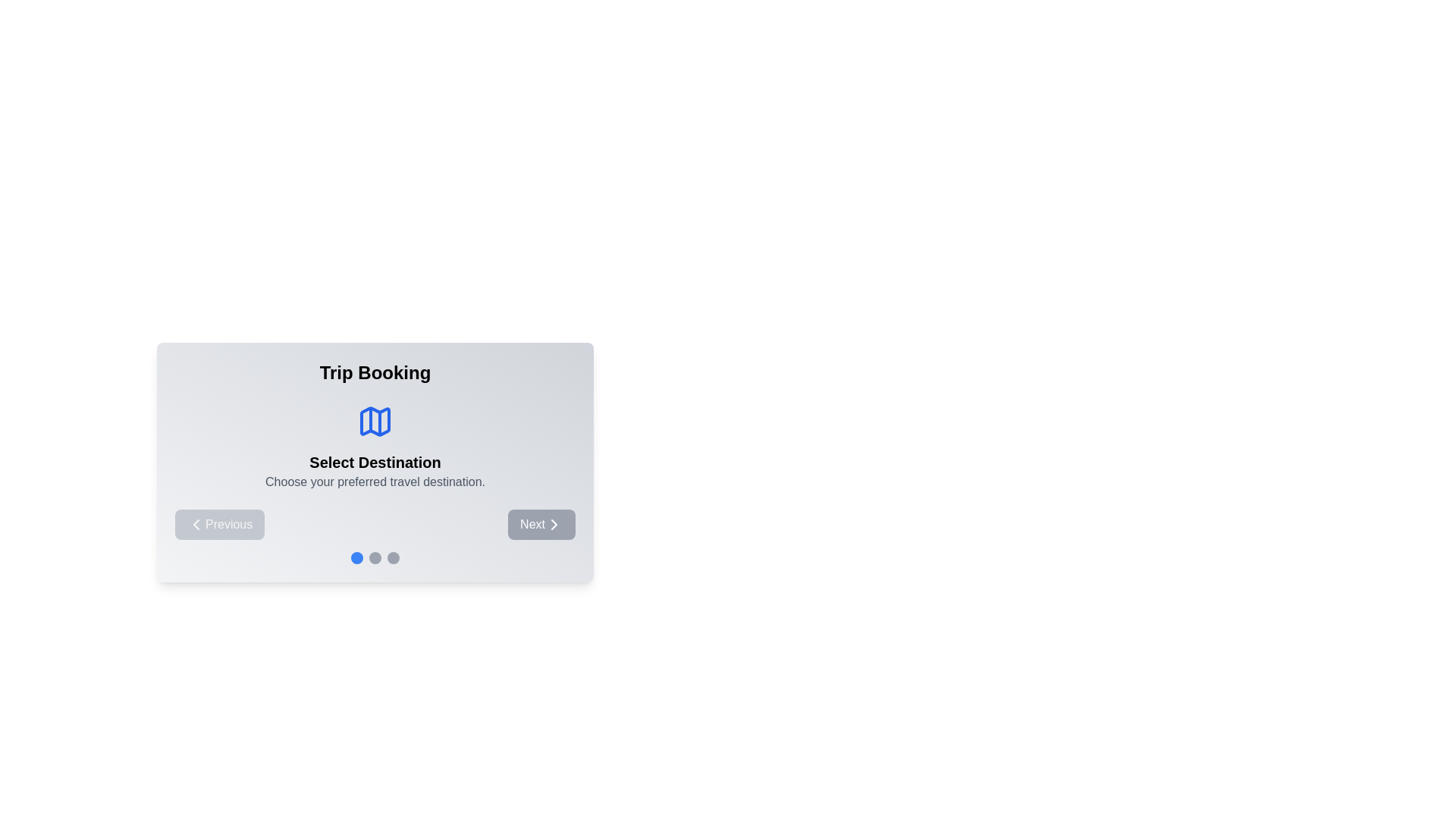  What do you see at coordinates (375, 482) in the screenshot?
I see `the text element that says 'Choose your preferred travel destination.' which is centrally aligned below the 'Select Destination' header` at bounding box center [375, 482].